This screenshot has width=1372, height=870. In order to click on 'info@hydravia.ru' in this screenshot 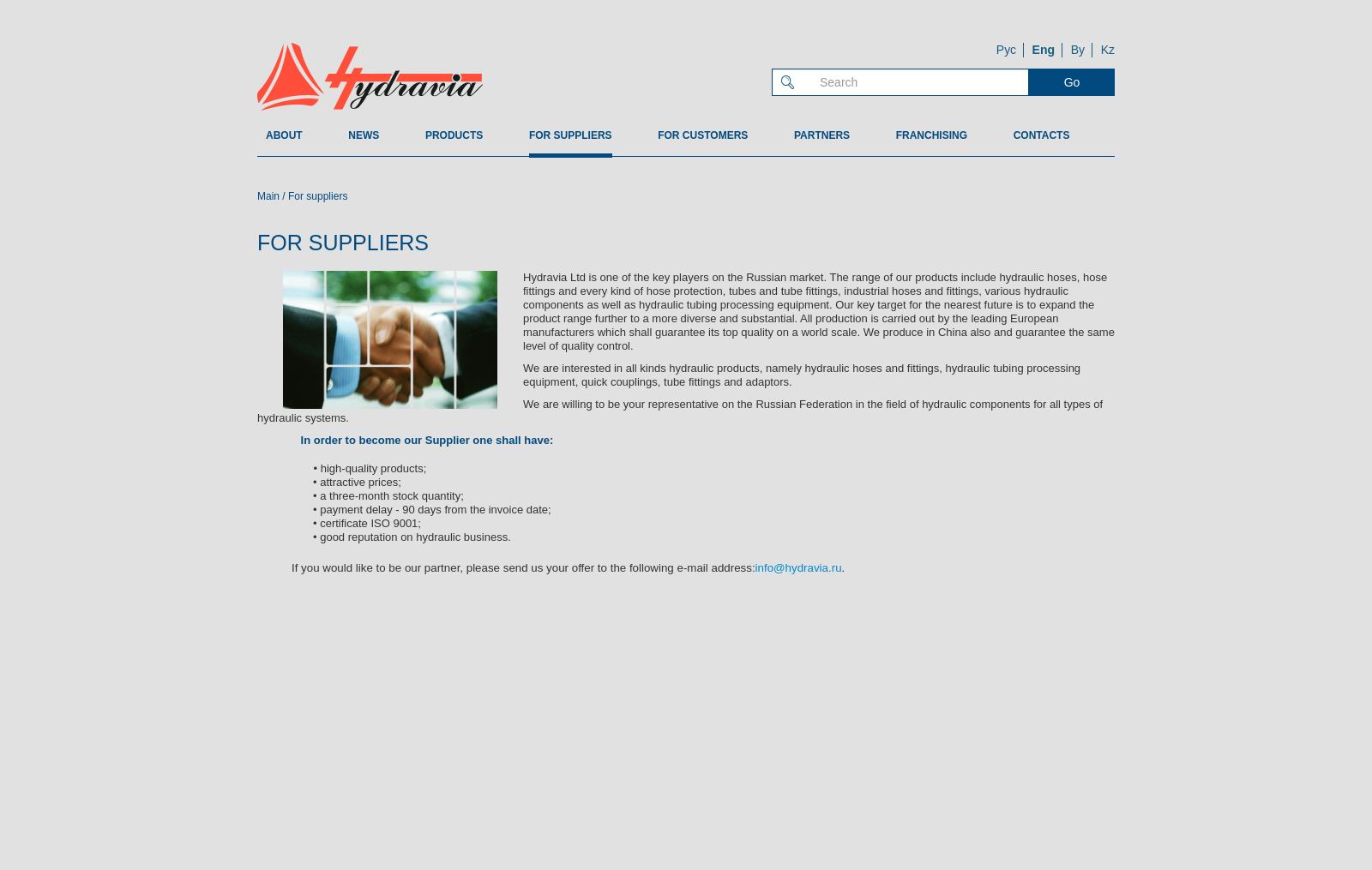, I will do `click(797, 567)`.